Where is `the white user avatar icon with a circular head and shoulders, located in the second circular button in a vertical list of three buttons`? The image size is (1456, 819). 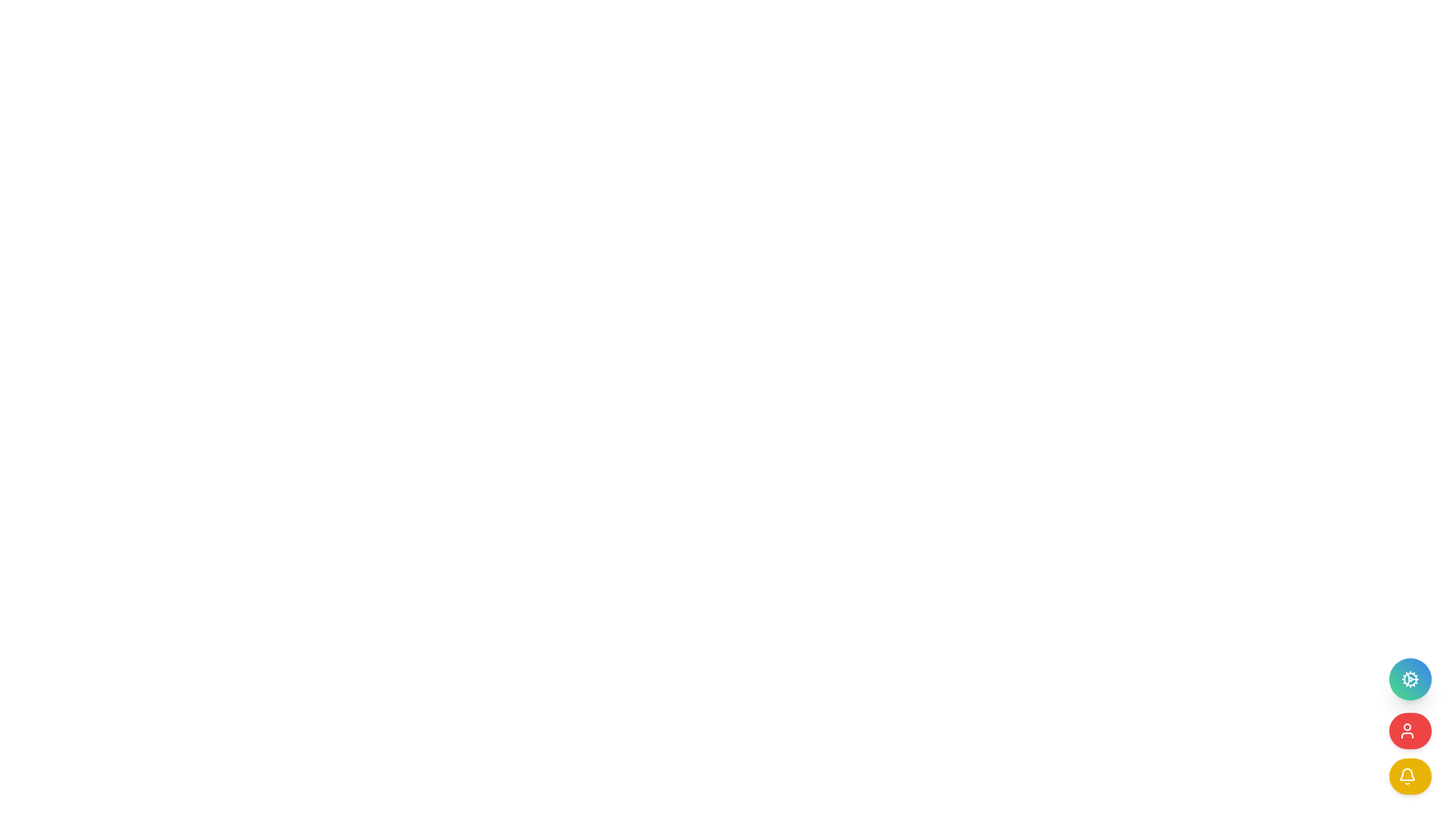
the white user avatar icon with a circular head and shoulders, located in the second circular button in a vertical list of three buttons is located at coordinates (1407, 730).